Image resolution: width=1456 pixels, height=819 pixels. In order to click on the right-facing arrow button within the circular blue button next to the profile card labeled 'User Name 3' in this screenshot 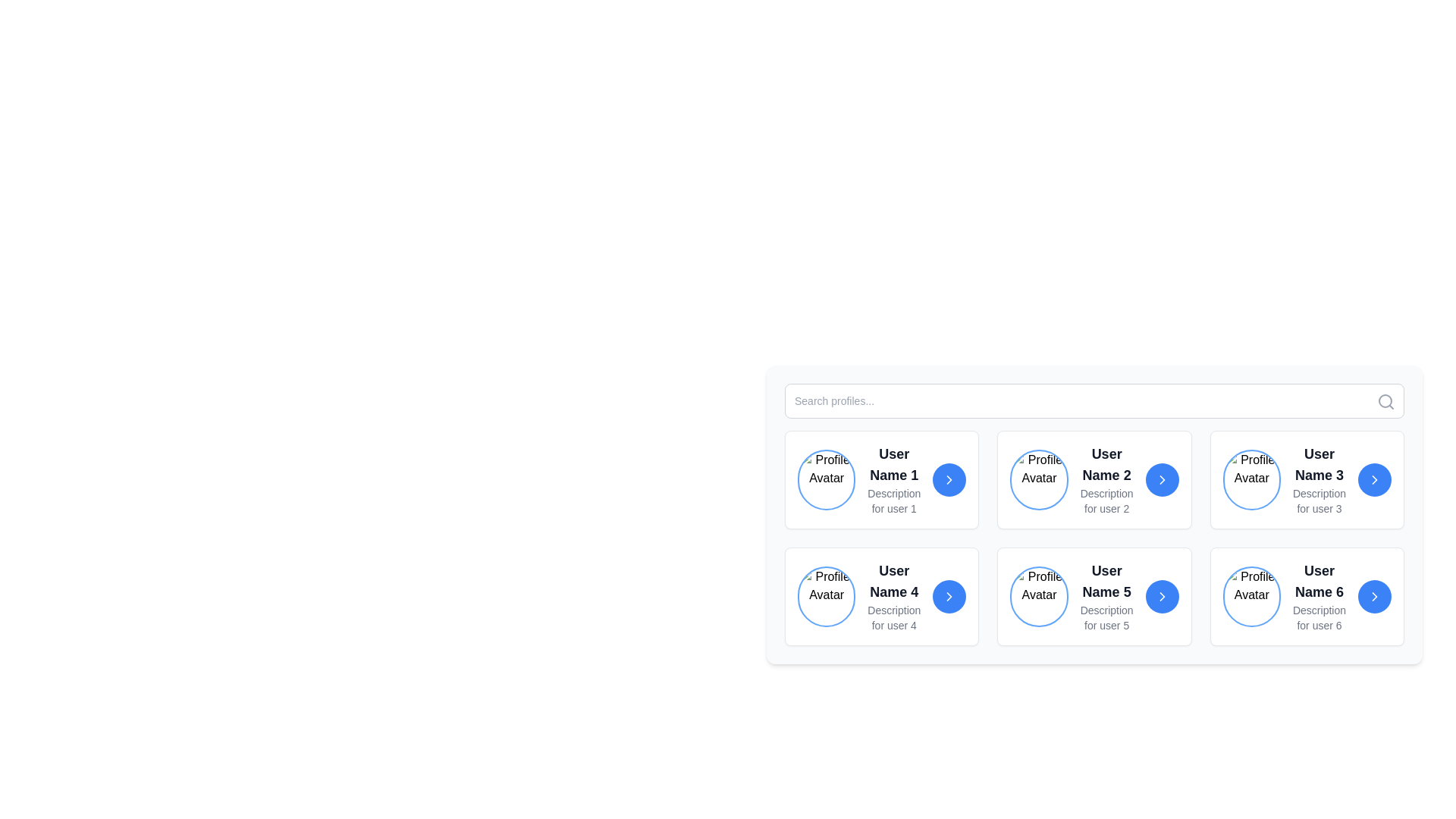, I will do `click(1375, 479)`.